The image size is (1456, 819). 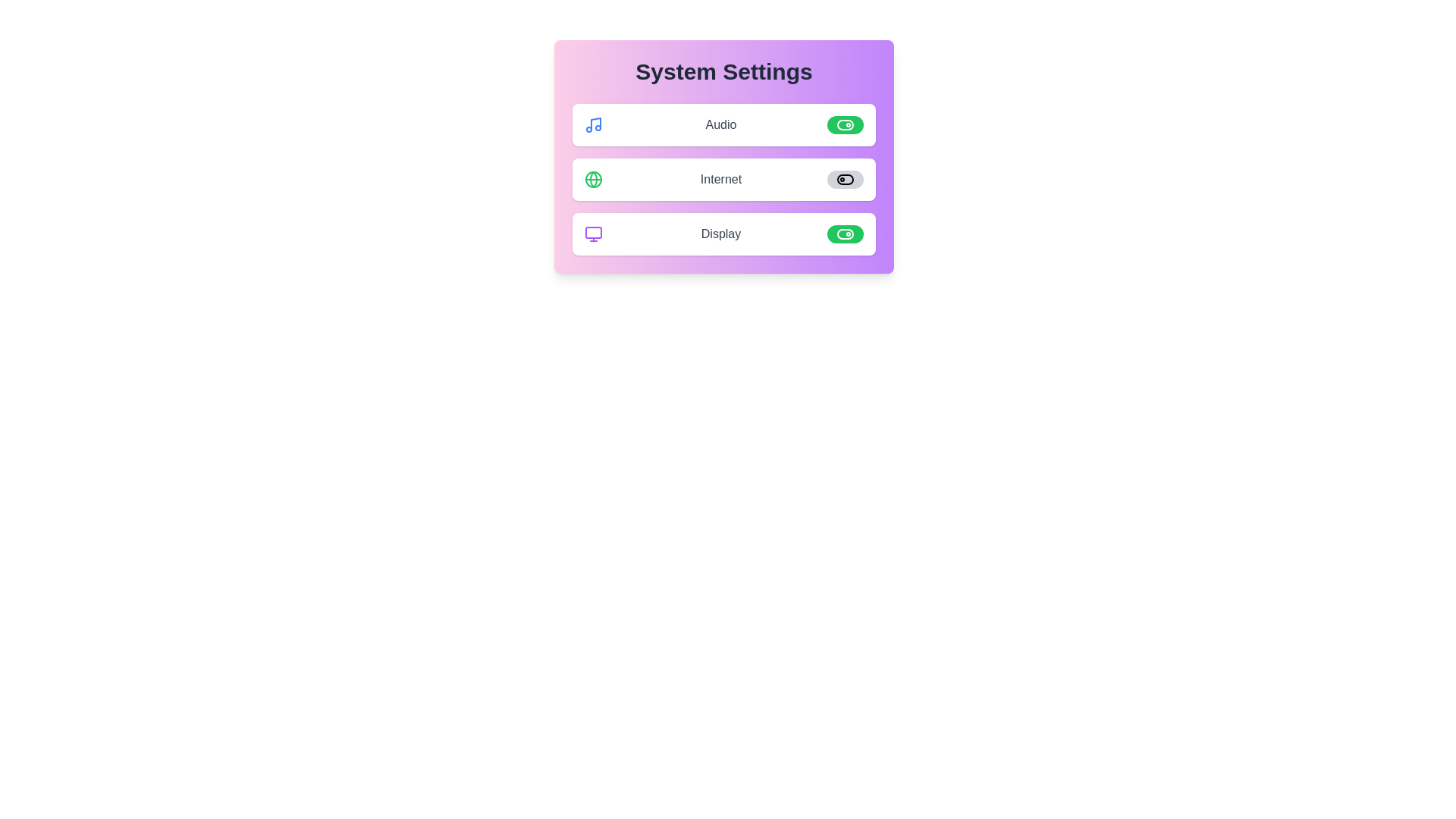 I want to click on the static text label that reads 'Display', which is the third label in a vertical list and is positioned between a monitor icon and a green toggle switch, so click(x=720, y=234).